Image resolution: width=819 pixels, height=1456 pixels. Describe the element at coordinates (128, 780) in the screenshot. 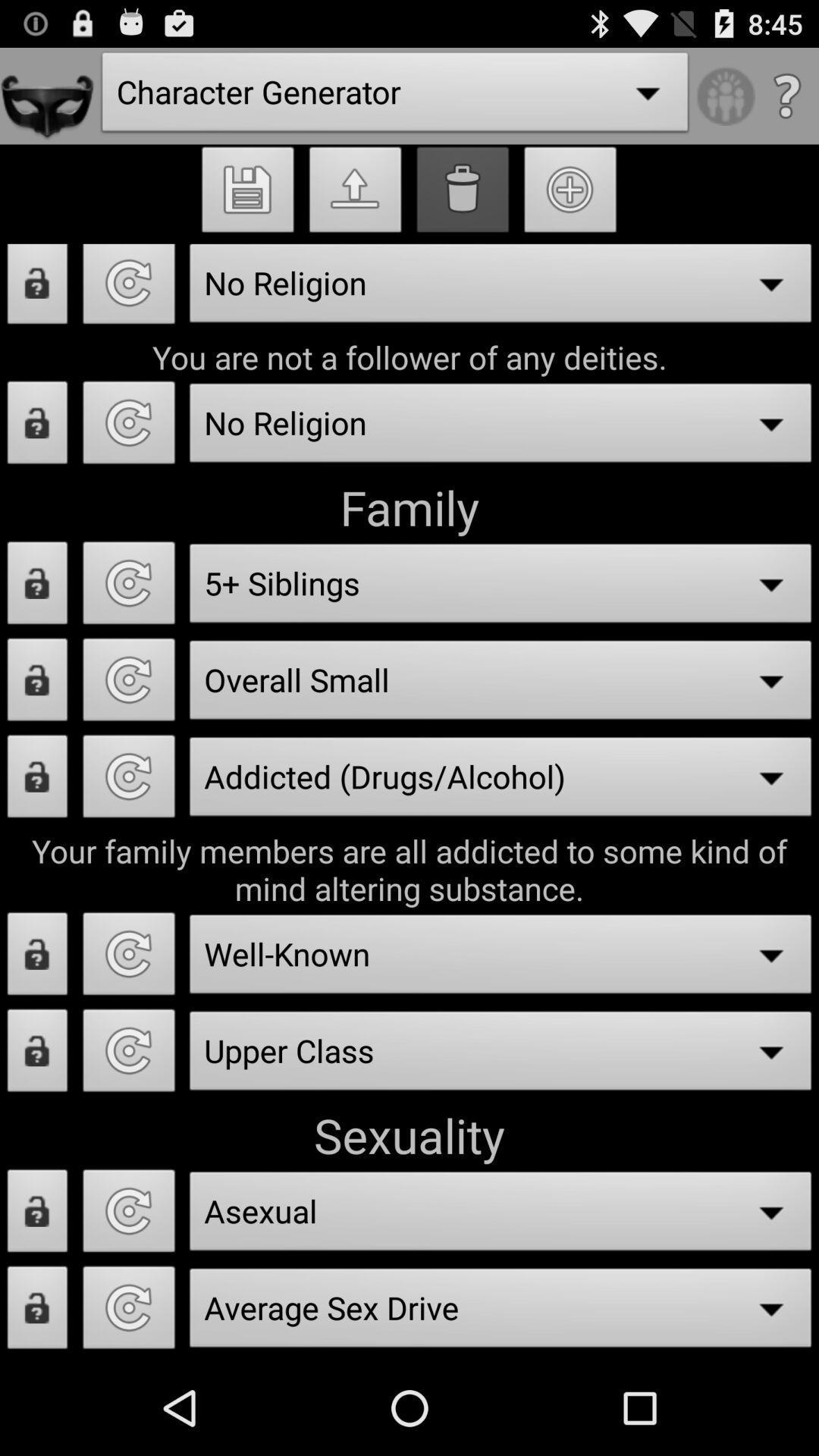

I see `randomize family trait` at that location.